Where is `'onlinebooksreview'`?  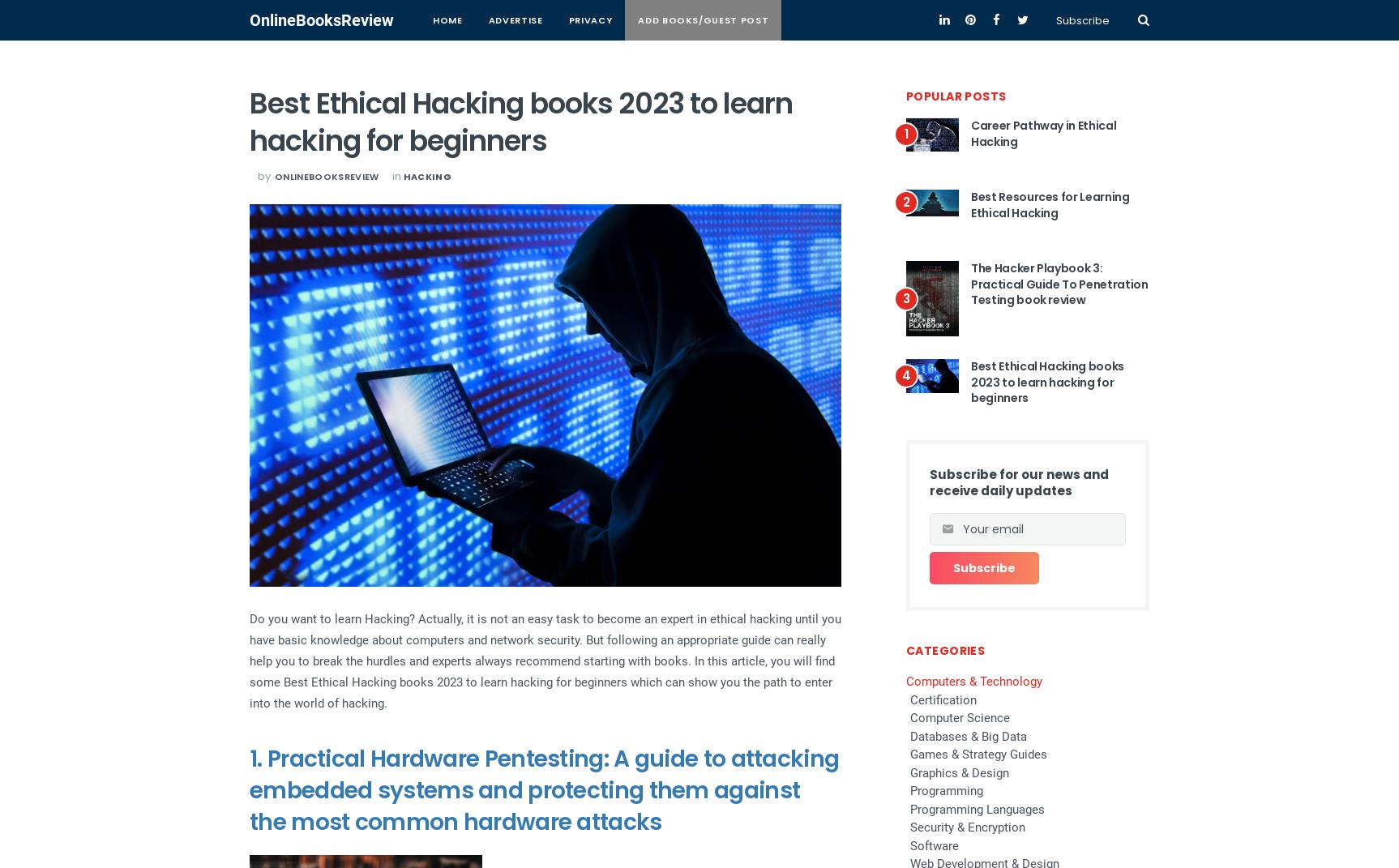
'onlinebooksreview' is located at coordinates (327, 174).